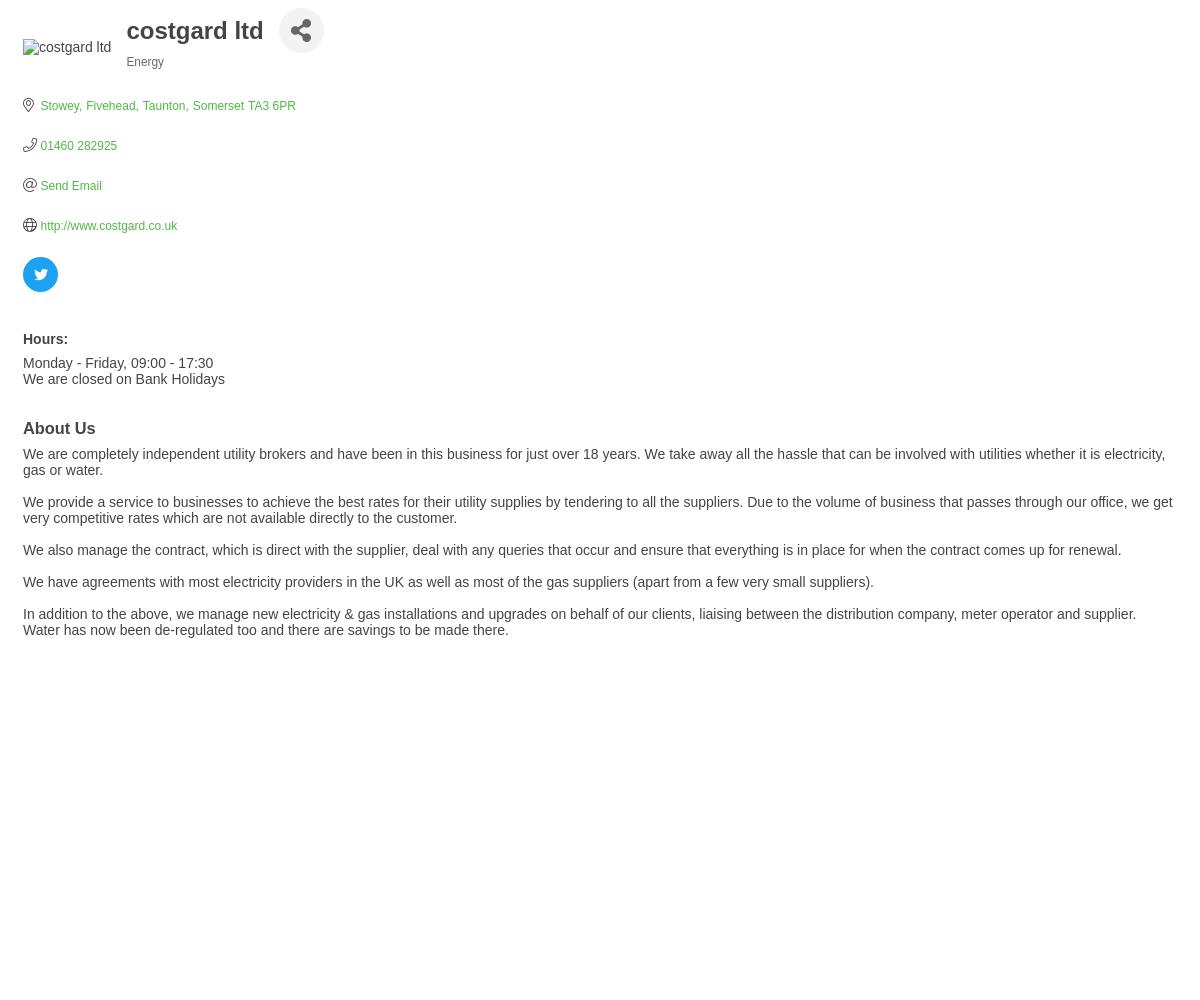  What do you see at coordinates (144, 62) in the screenshot?
I see `'Energy'` at bounding box center [144, 62].